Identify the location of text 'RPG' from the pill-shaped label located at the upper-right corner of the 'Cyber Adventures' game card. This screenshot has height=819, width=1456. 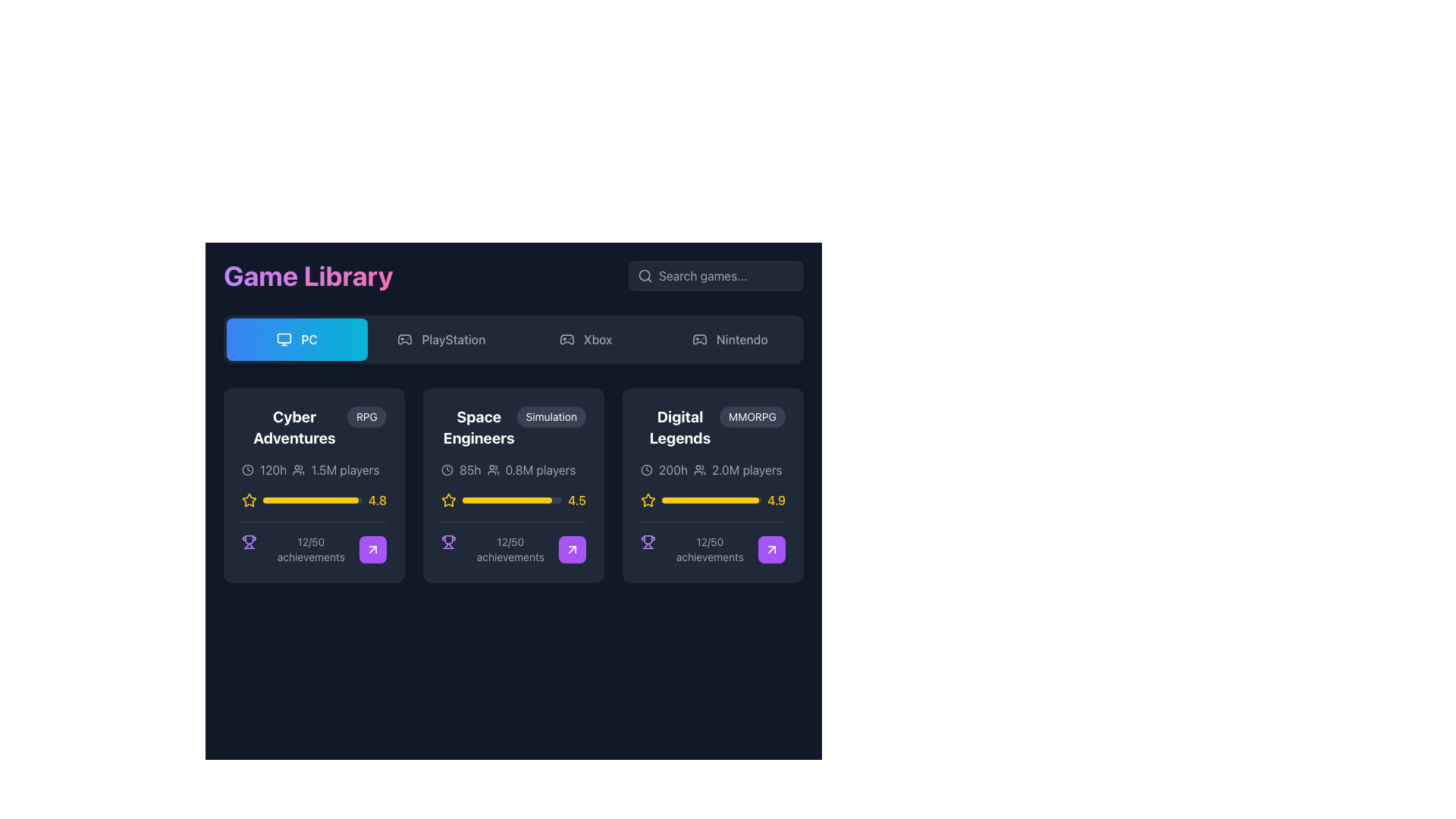
(367, 417).